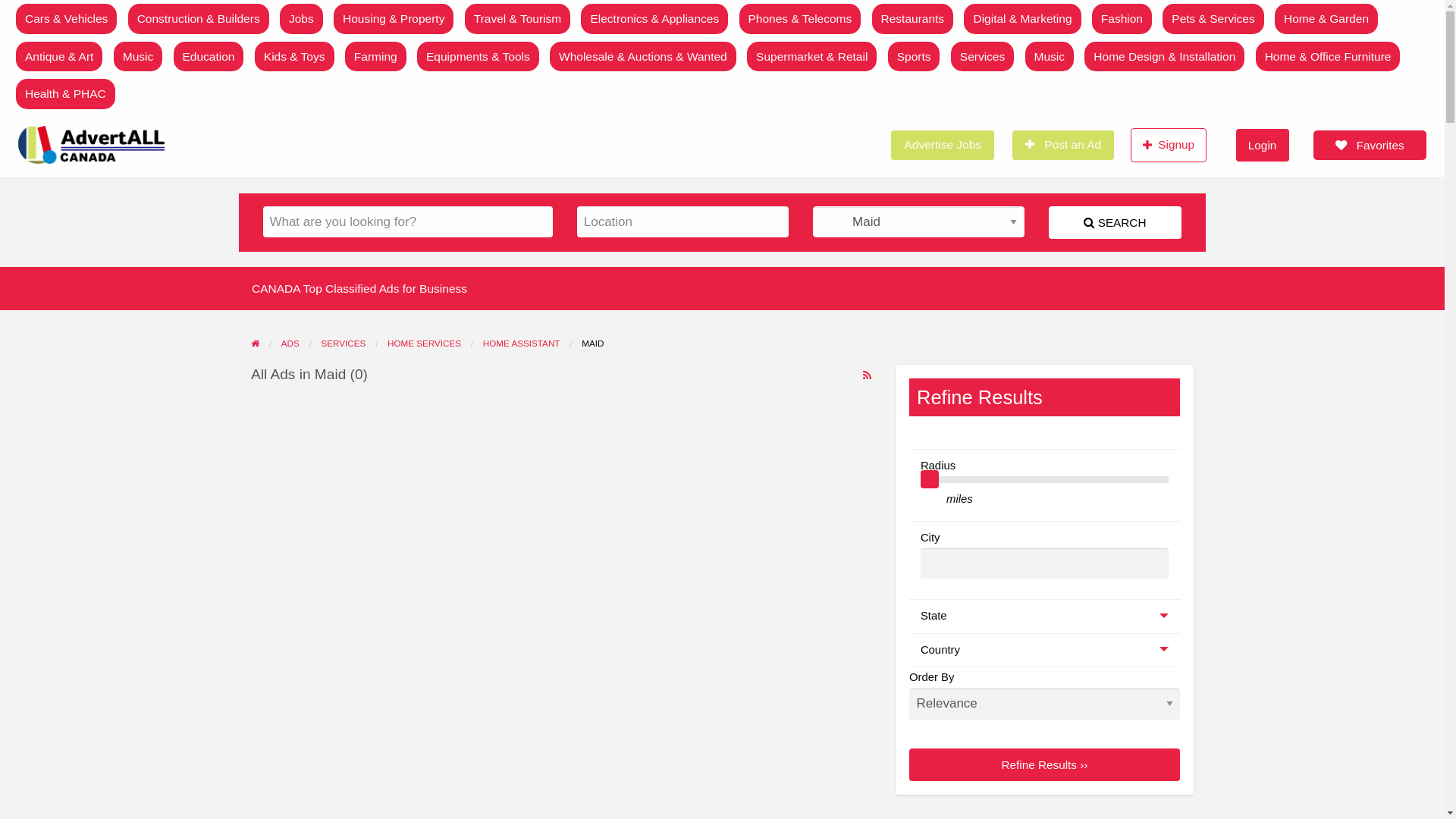 The height and width of the screenshot is (819, 1456). What do you see at coordinates (799, 18) in the screenshot?
I see `'Phones & Telecoms'` at bounding box center [799, 18].